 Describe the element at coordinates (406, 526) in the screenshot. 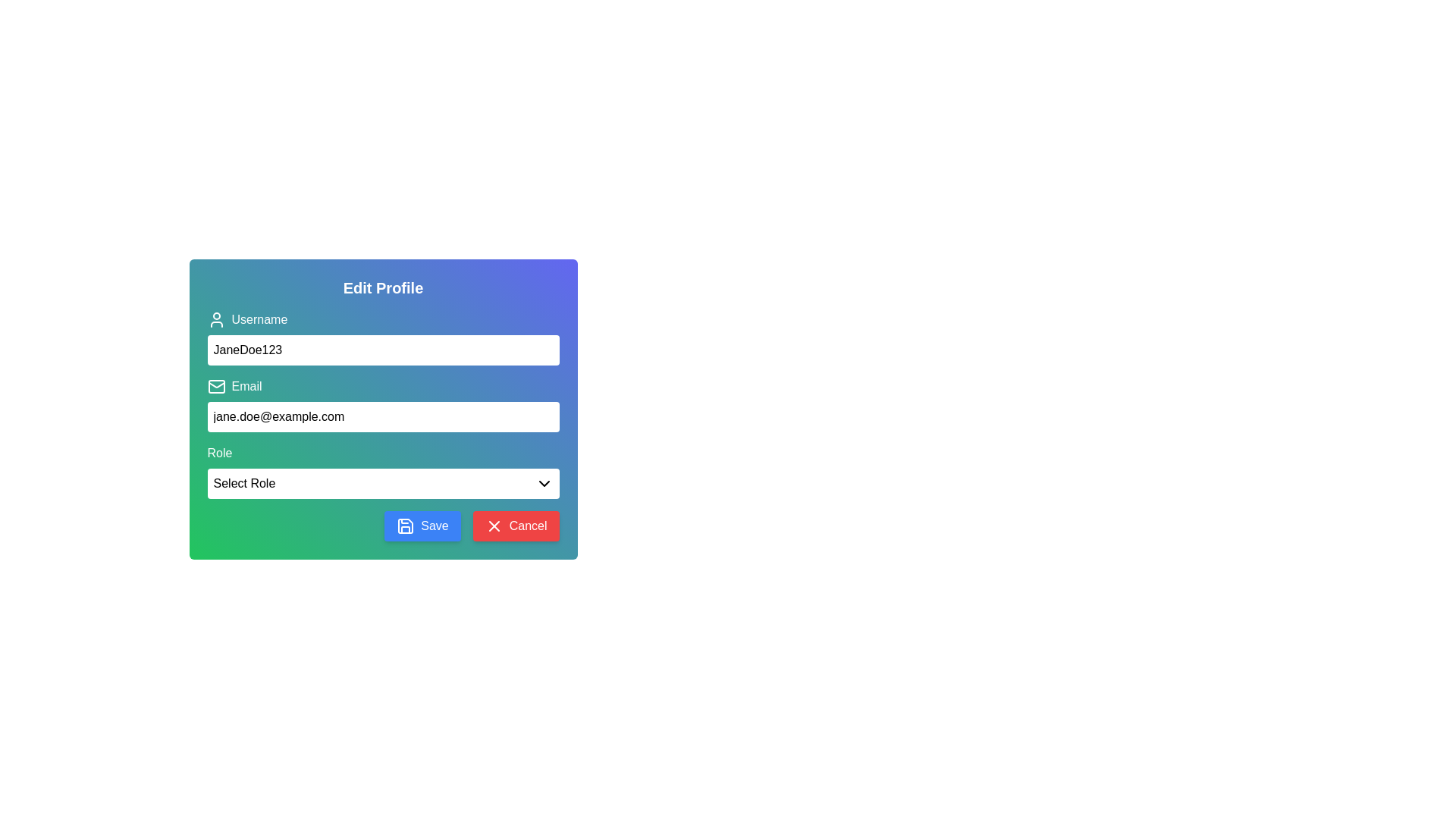

I see `the 'Save' button which contains the floppy disk icon` at that location.